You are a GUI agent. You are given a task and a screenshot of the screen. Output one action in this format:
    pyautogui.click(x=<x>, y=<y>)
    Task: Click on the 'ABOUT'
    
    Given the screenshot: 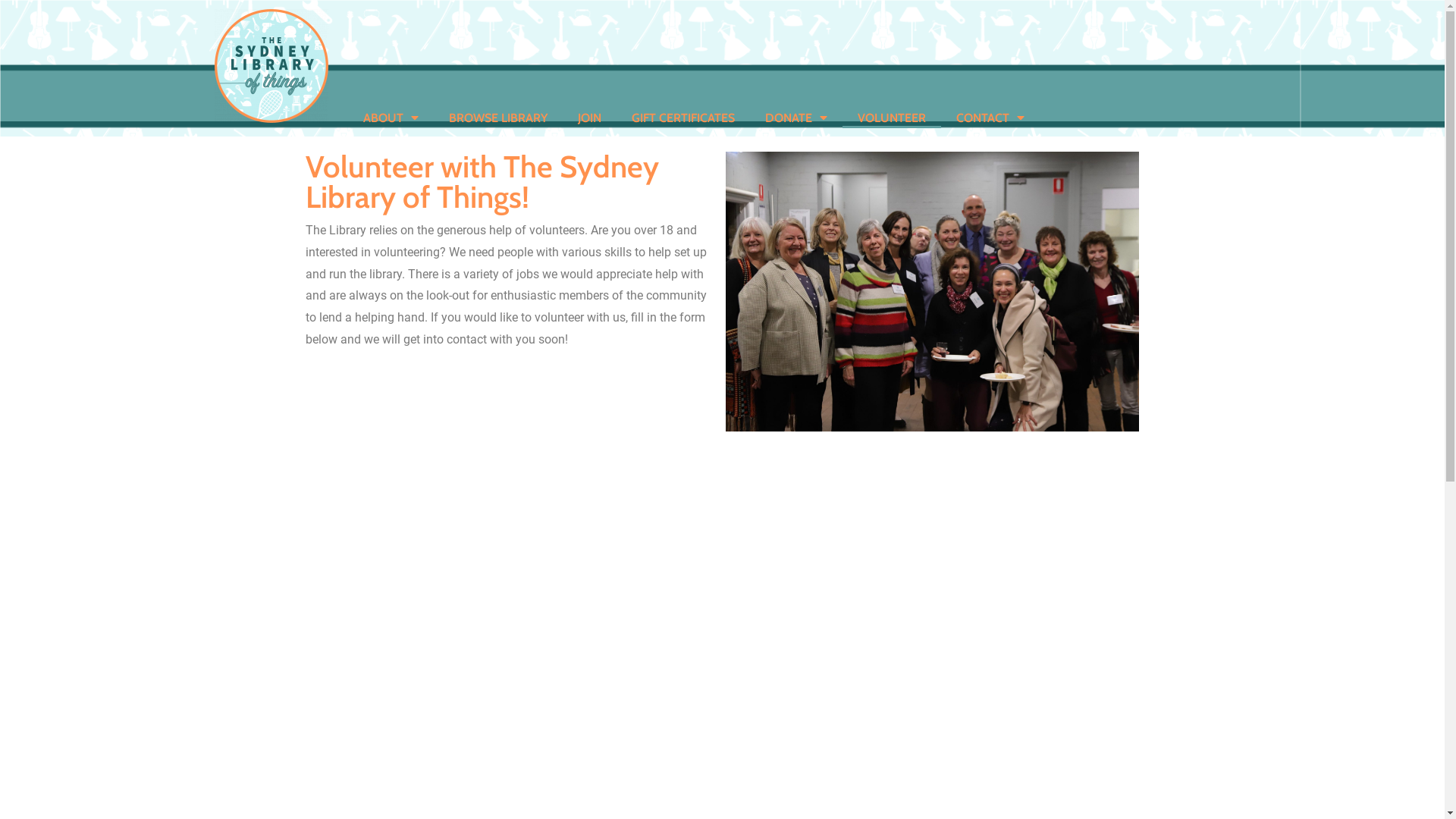 What is the action you would take?
    pyautogui.click(x=346, y=116)
    